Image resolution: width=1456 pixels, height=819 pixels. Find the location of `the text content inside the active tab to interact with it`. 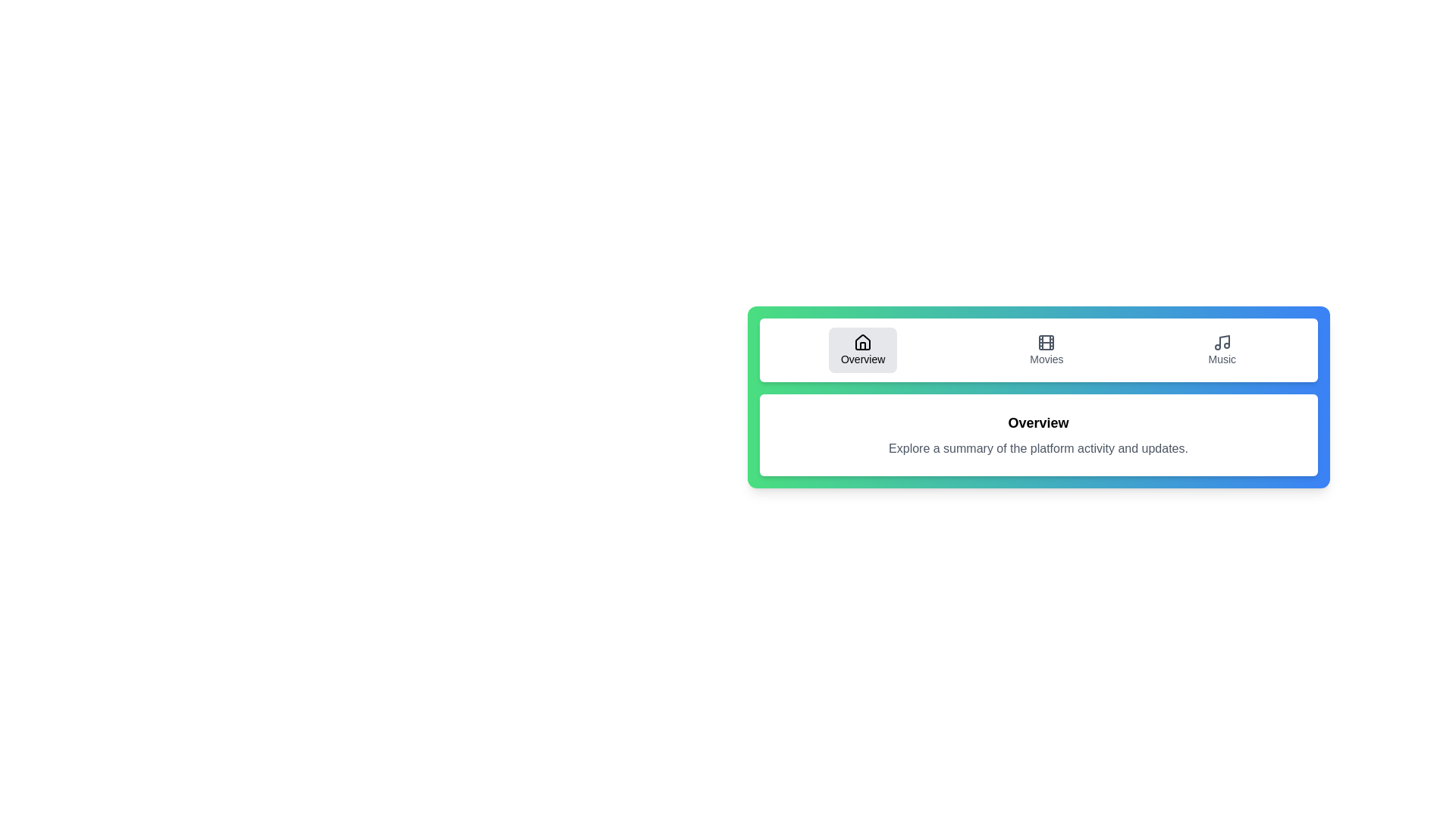

the text content inside the active tab to interact with it is located at coordinates (1037, 435).